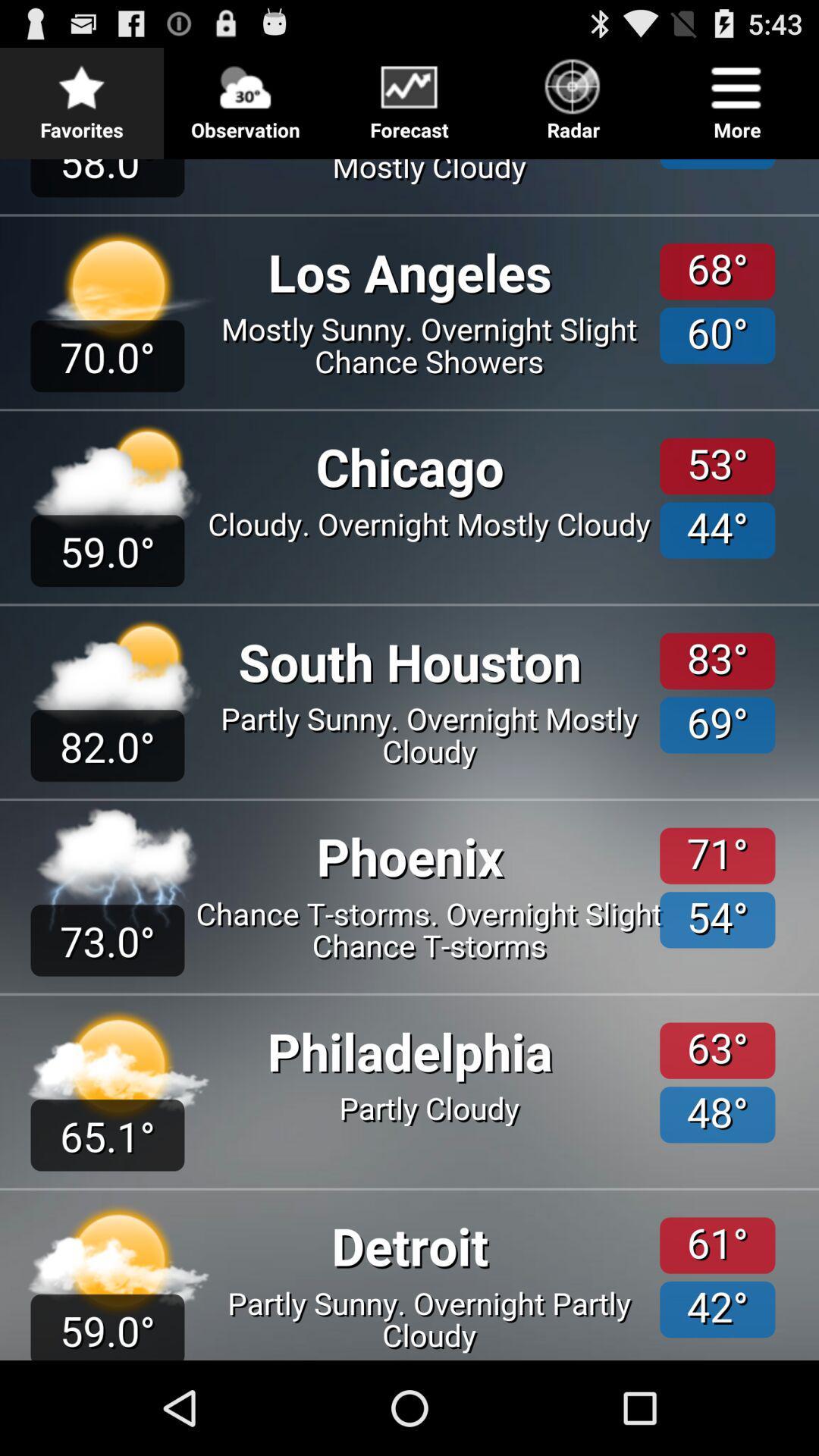 Image resolution: width=819 pixels, height=1456 pixels. Describe the element at coordinates (409, 94) in the screenshot. I see `item next to radar icon` at that location.